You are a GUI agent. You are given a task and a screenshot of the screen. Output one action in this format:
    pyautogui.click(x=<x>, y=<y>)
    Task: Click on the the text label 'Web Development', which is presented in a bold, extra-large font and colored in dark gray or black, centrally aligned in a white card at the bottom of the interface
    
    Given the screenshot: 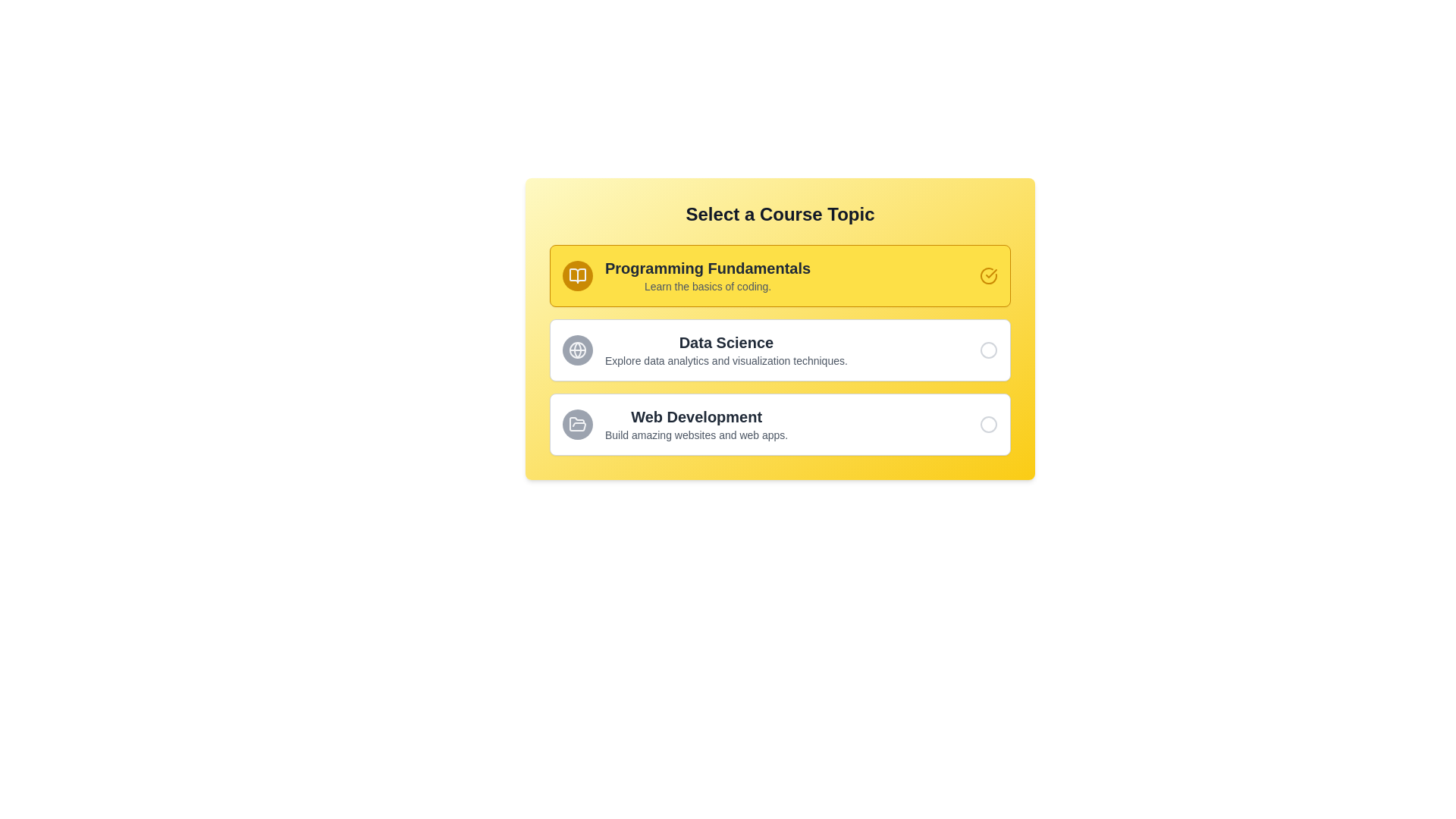 What is the action you would take?
    pyautogui.click(x=695, y=417)
    